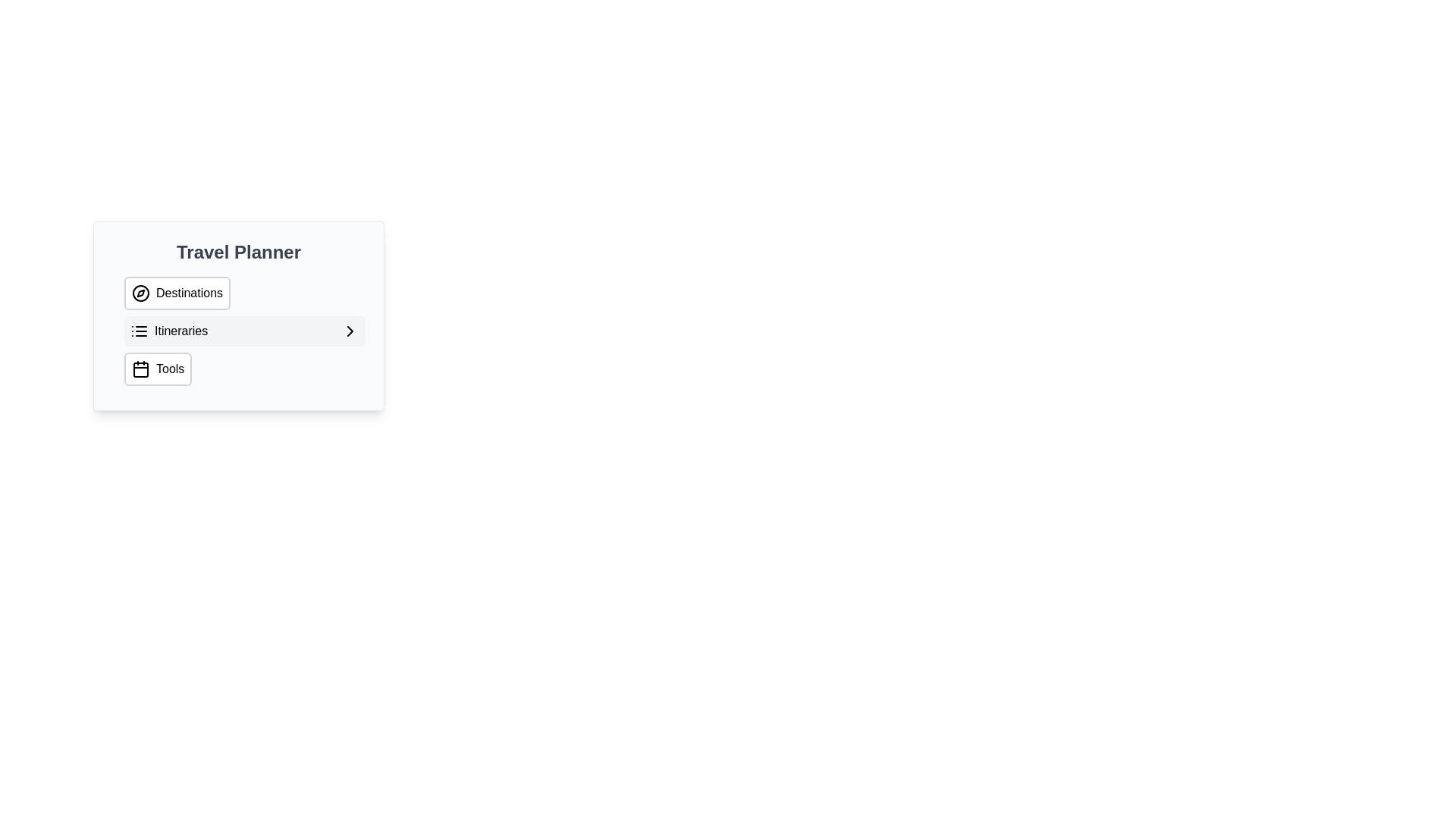 Image resolution: width=1456 pixels, height=819 pixels. Describe the element at coordinates (244, 293) in the screenshot. I see `the first button in the vertical list under 'Travel Planner'` at that location.